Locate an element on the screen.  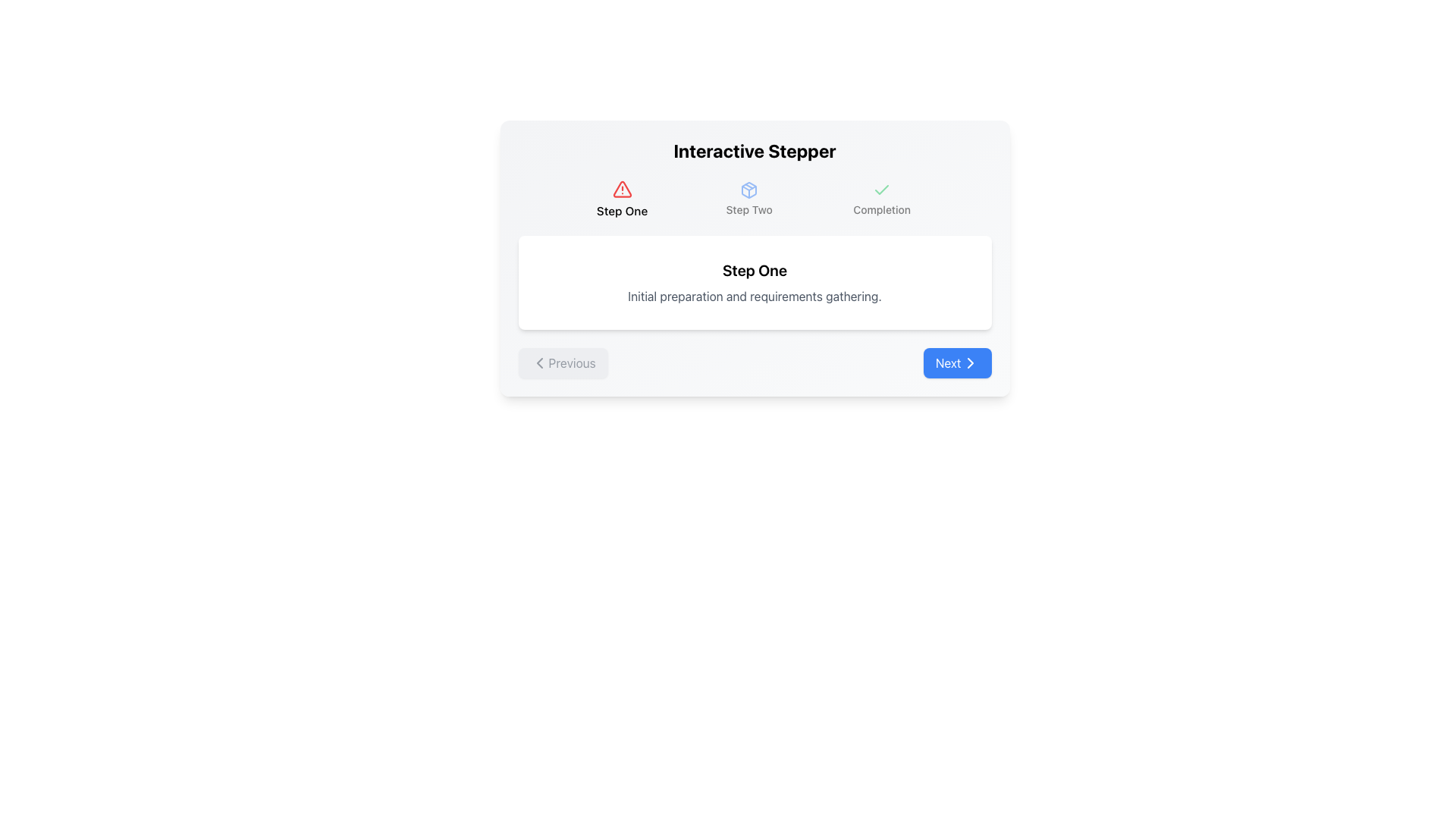
the left-pointing chevron icon located within the 'Previous' button at the bottom-left corner of the interactive stepper interface is located at coordinates (539, 362).